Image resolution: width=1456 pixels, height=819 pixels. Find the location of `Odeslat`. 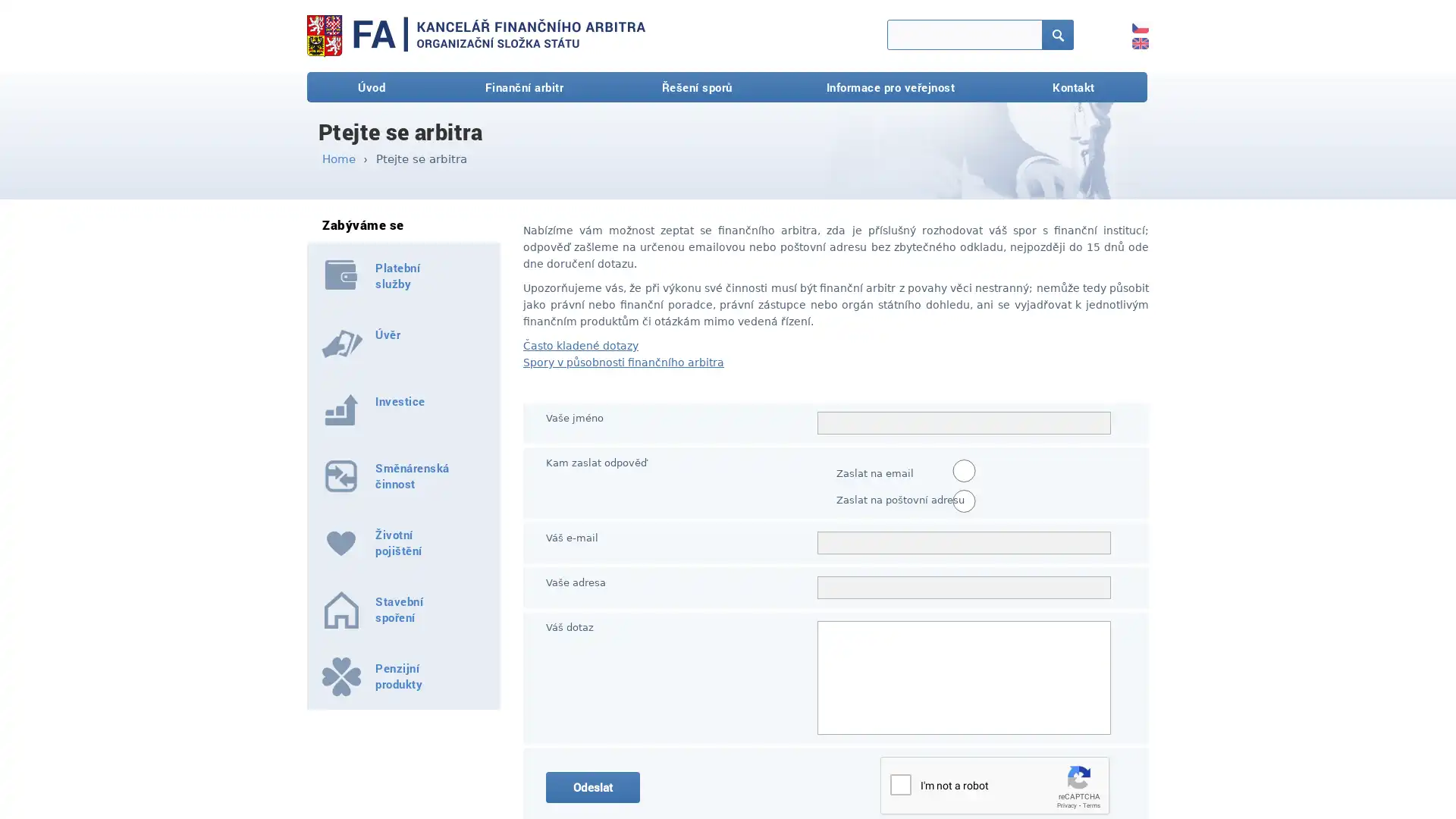

Odeslat is located at coordinates (592, 786).